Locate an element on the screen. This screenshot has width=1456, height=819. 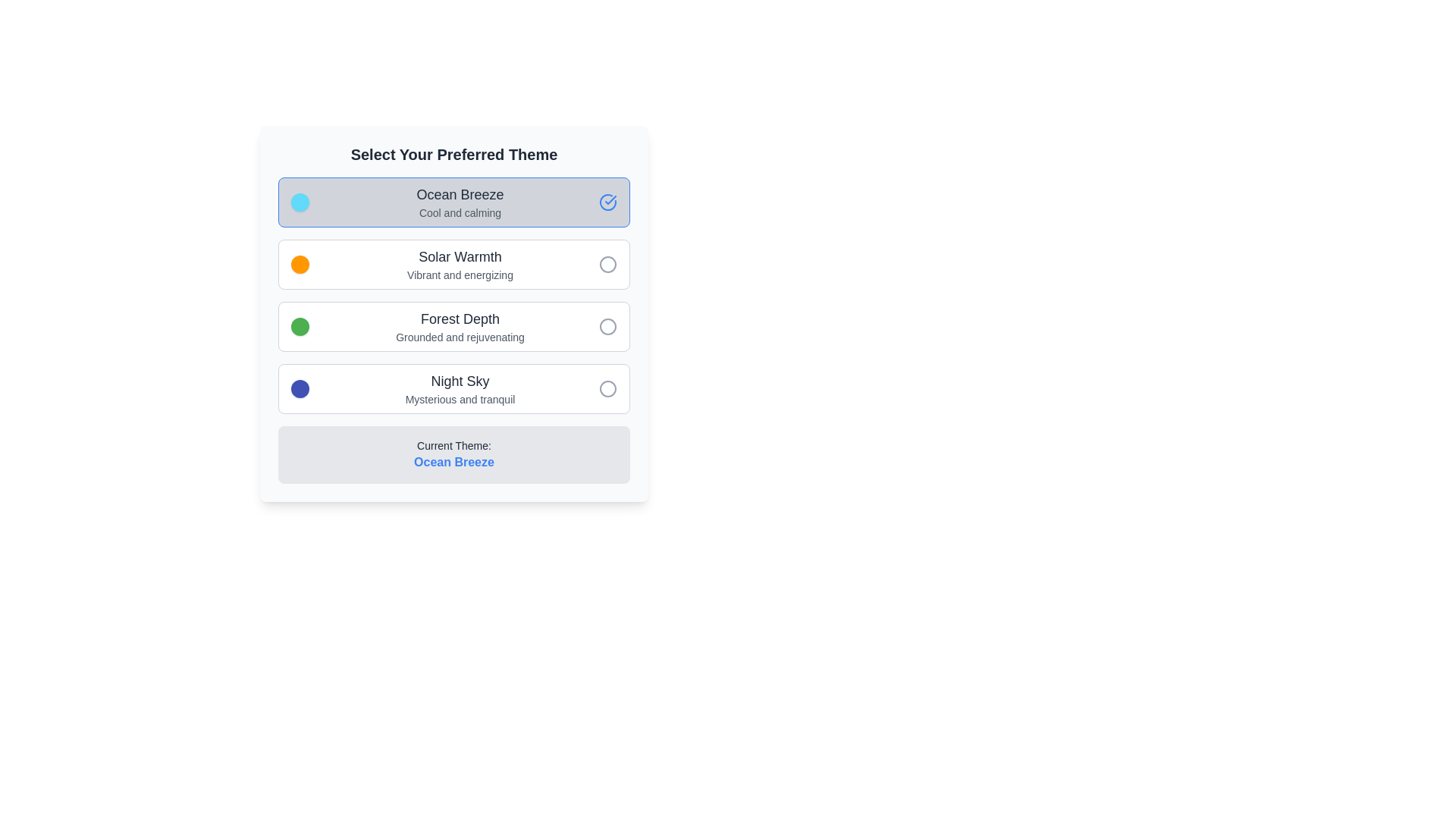
text label displaying 'Night Sky', which is styled in a medium-large bold font and located as the fourth option in a vertical stack of theme selection options is located at coordinates (459, 380).